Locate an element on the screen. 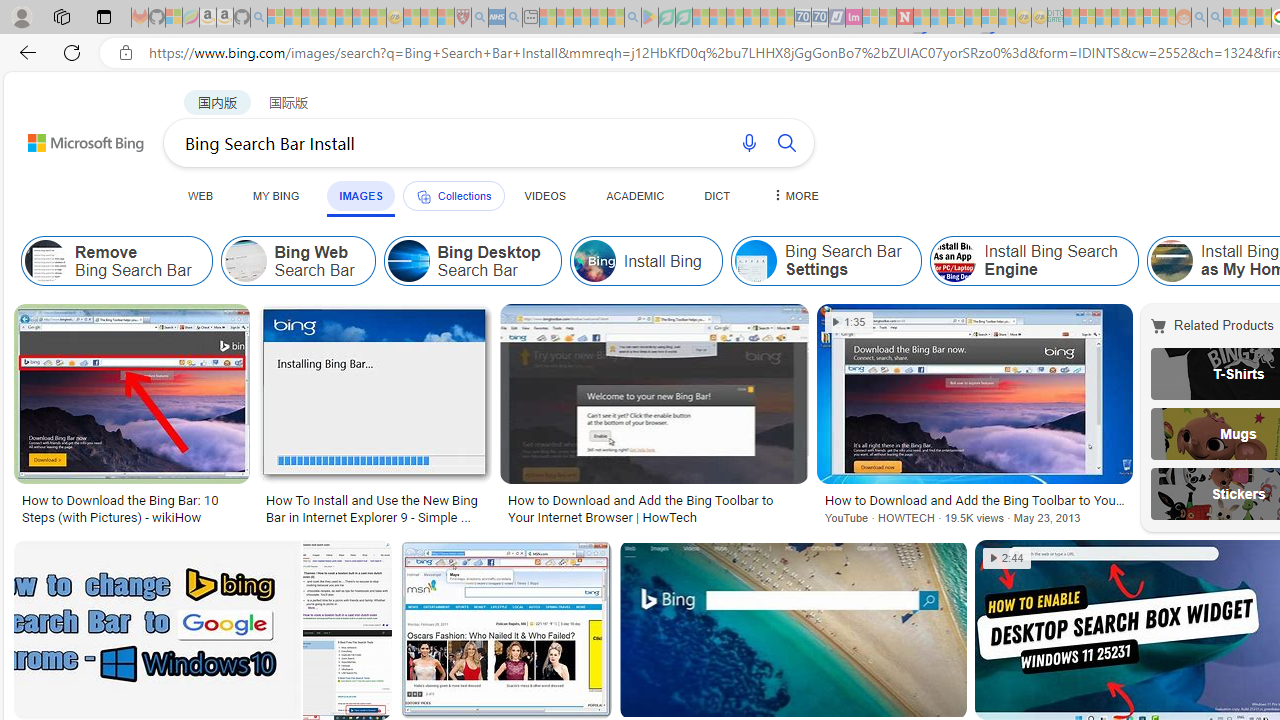  'DICT' is located at coordinates (717, 195).